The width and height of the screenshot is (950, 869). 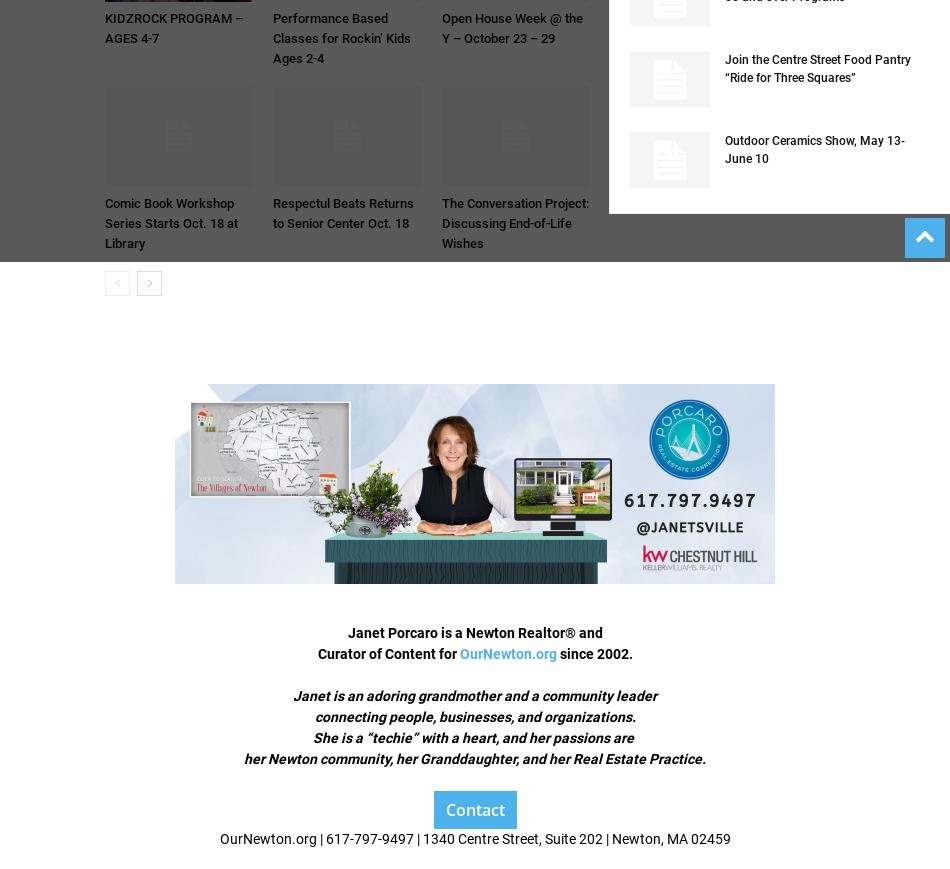 I want to click on 'Comic Book Workshop Series Starts Oct. 18 at Library', so click(x=171, y=222).